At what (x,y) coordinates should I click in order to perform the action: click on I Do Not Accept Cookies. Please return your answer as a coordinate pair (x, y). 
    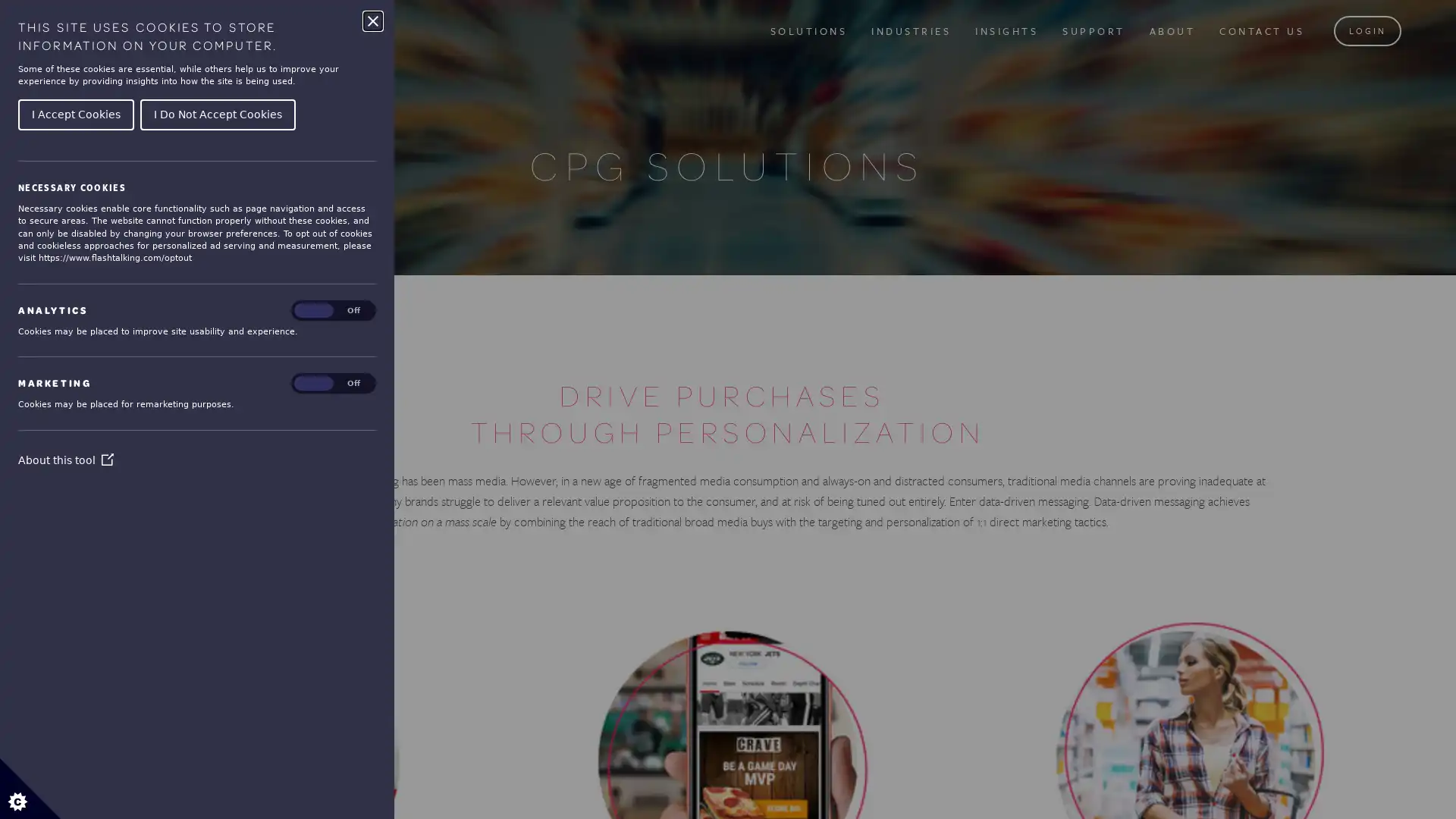
    Looking at the image, I should click on (217, 113).